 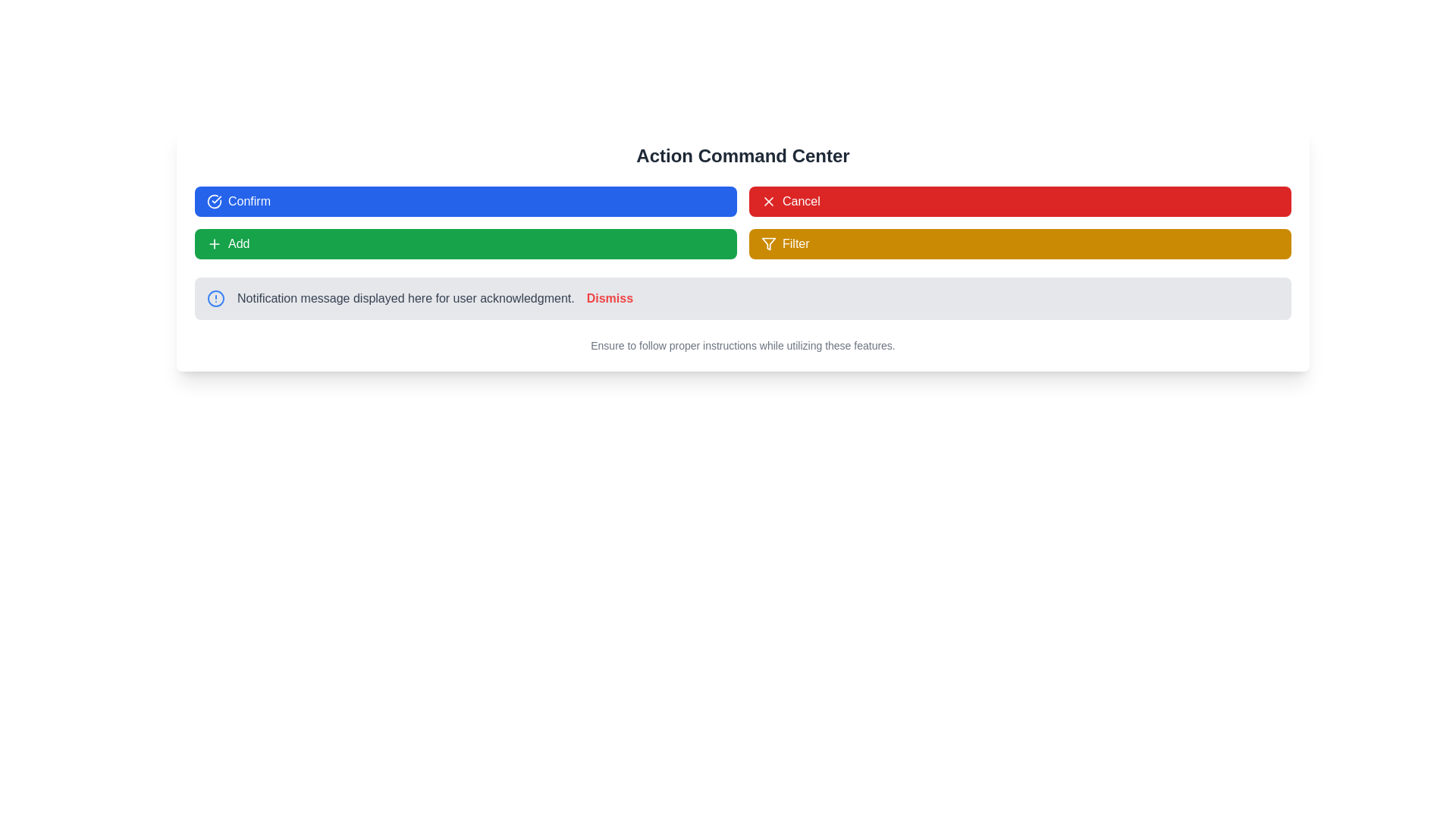 What do you see at coordinates (238, 243) in the screenshot?
I see `the text label displaying the word 'Add' which is located within a green button, centered vertically and horizontally aligned with a '+' icon to its left` at bounding box center [238, 243].